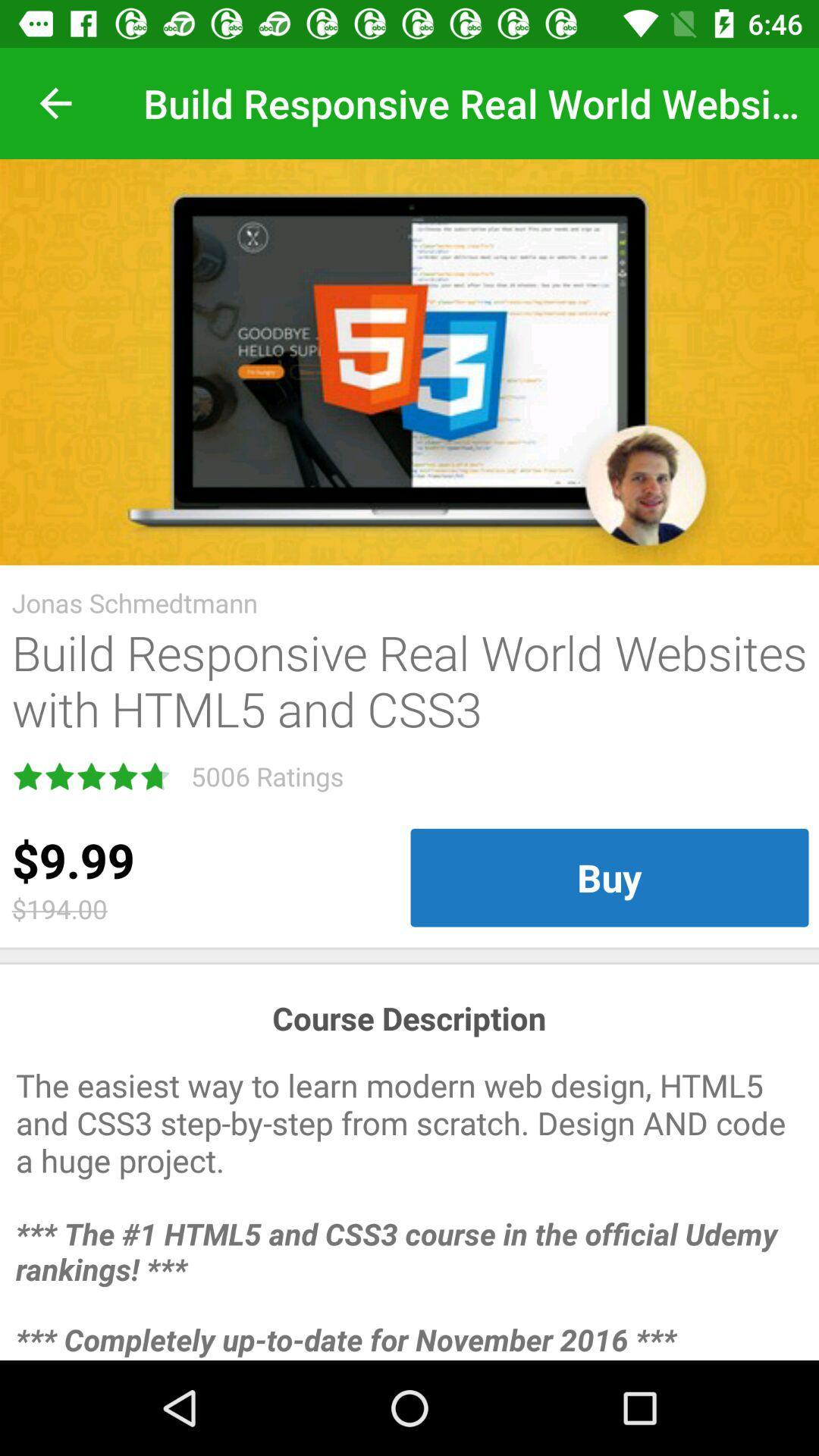 The image size is (819, 1456). What do you see at coordinates (409, 361) in the screenshot?
I see `icon above jonas schmedtmann` at bounding box center [409, 361].